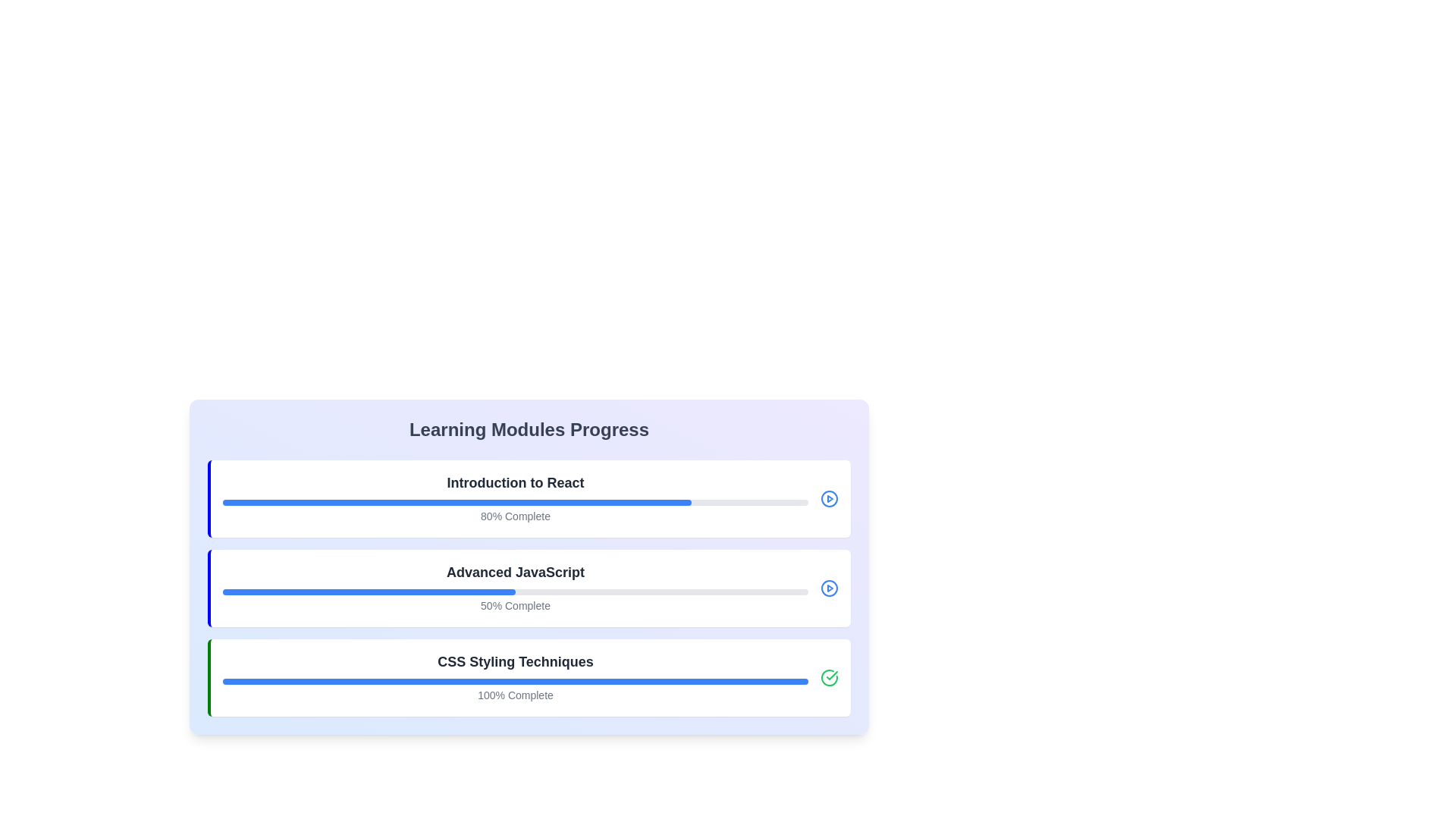 The height and width of the screenshot is (819, 1456). I want to click on the blue progress indicator bar that displays 80% completion within the progress bar of the 'Introduction to React' module, so click(456, 503).